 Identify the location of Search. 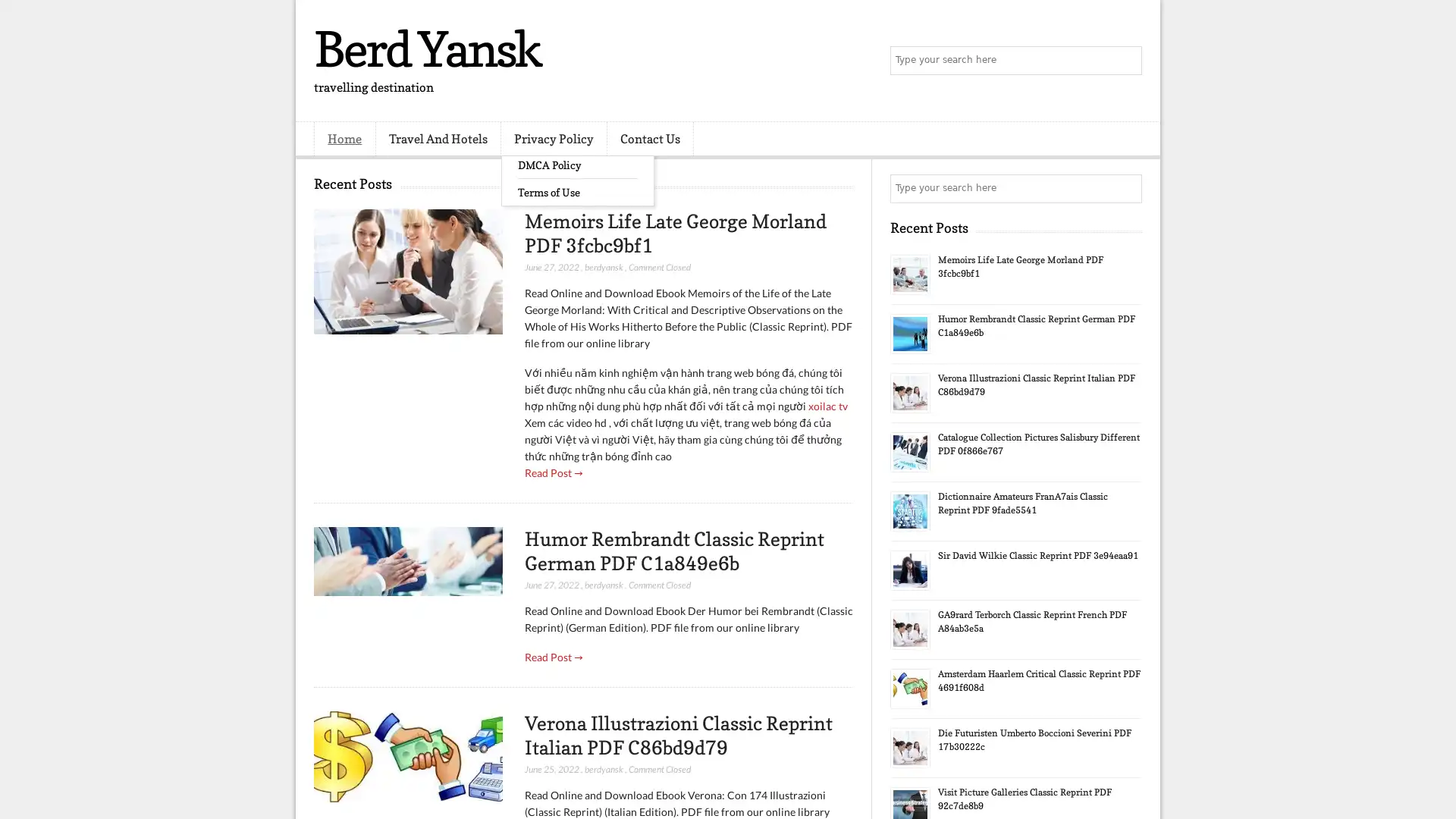
(1126, 188).